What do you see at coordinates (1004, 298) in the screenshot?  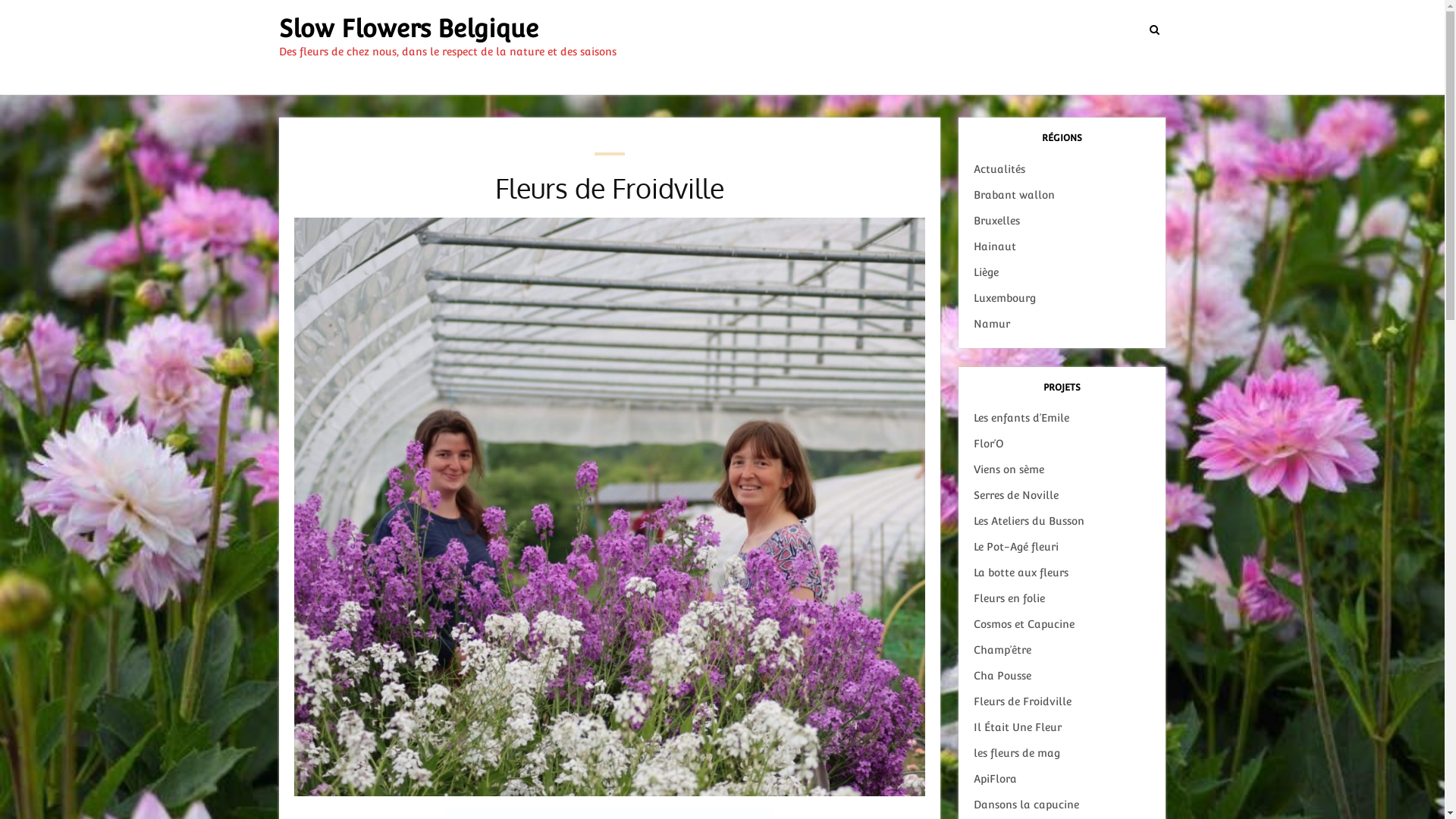 I see `'Luxembourg'` at bounding box center [1004, 298].